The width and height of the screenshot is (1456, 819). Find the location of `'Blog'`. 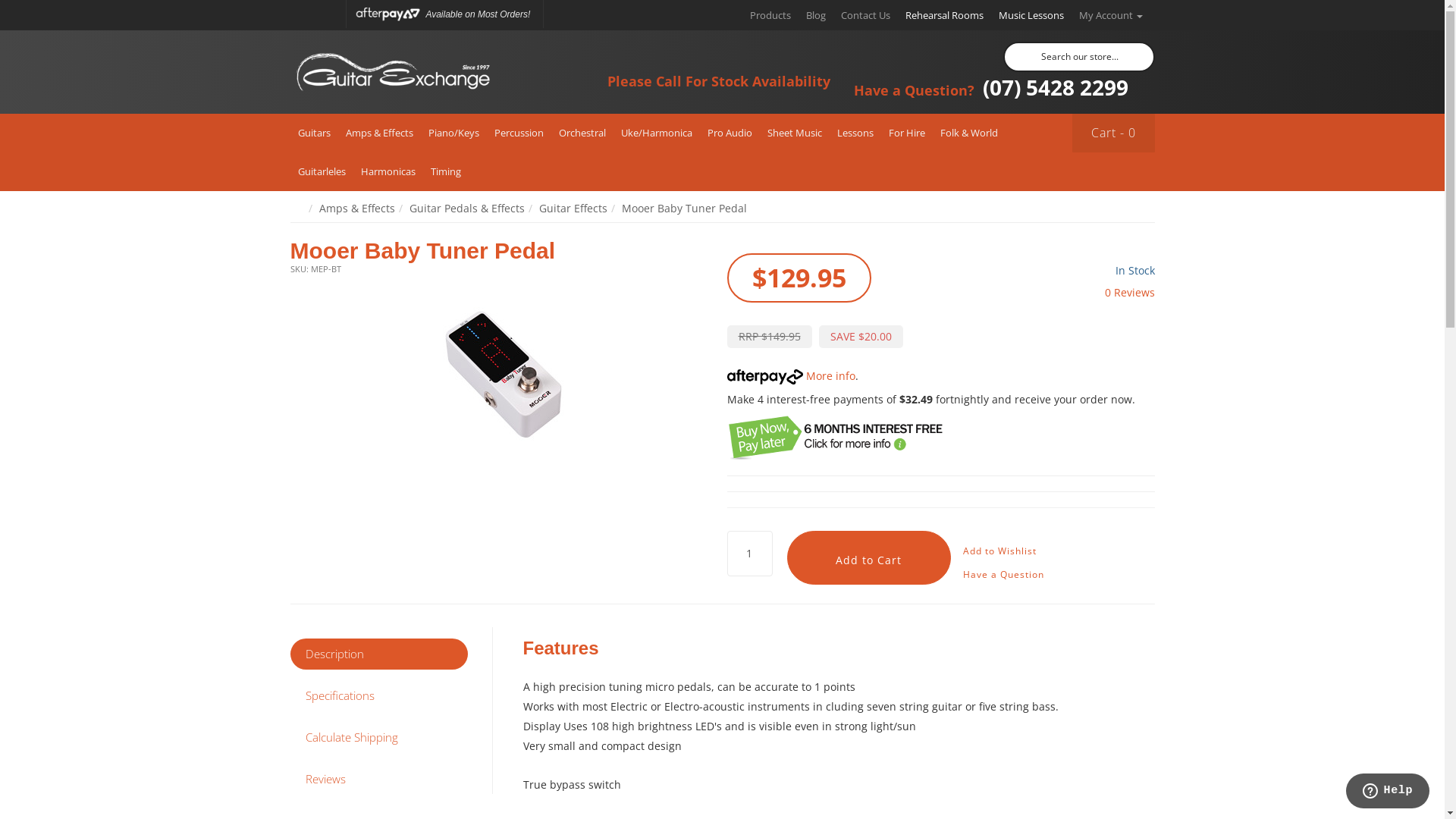

'Blog' is located at coordinates (814, 14).